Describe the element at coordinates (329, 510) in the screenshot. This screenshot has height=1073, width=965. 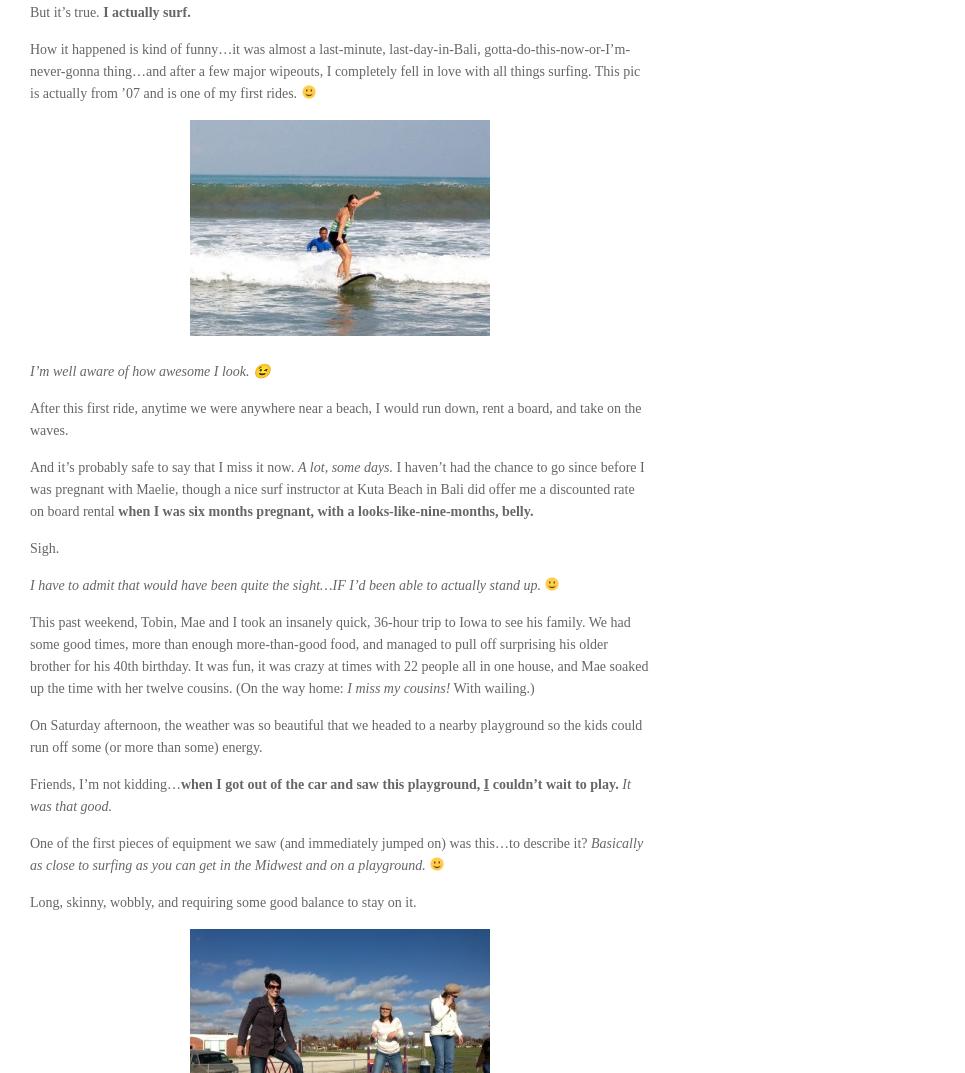
I see `'hen I was six months pregnant, with a looks-like-nine-months, belly.'` at that location.